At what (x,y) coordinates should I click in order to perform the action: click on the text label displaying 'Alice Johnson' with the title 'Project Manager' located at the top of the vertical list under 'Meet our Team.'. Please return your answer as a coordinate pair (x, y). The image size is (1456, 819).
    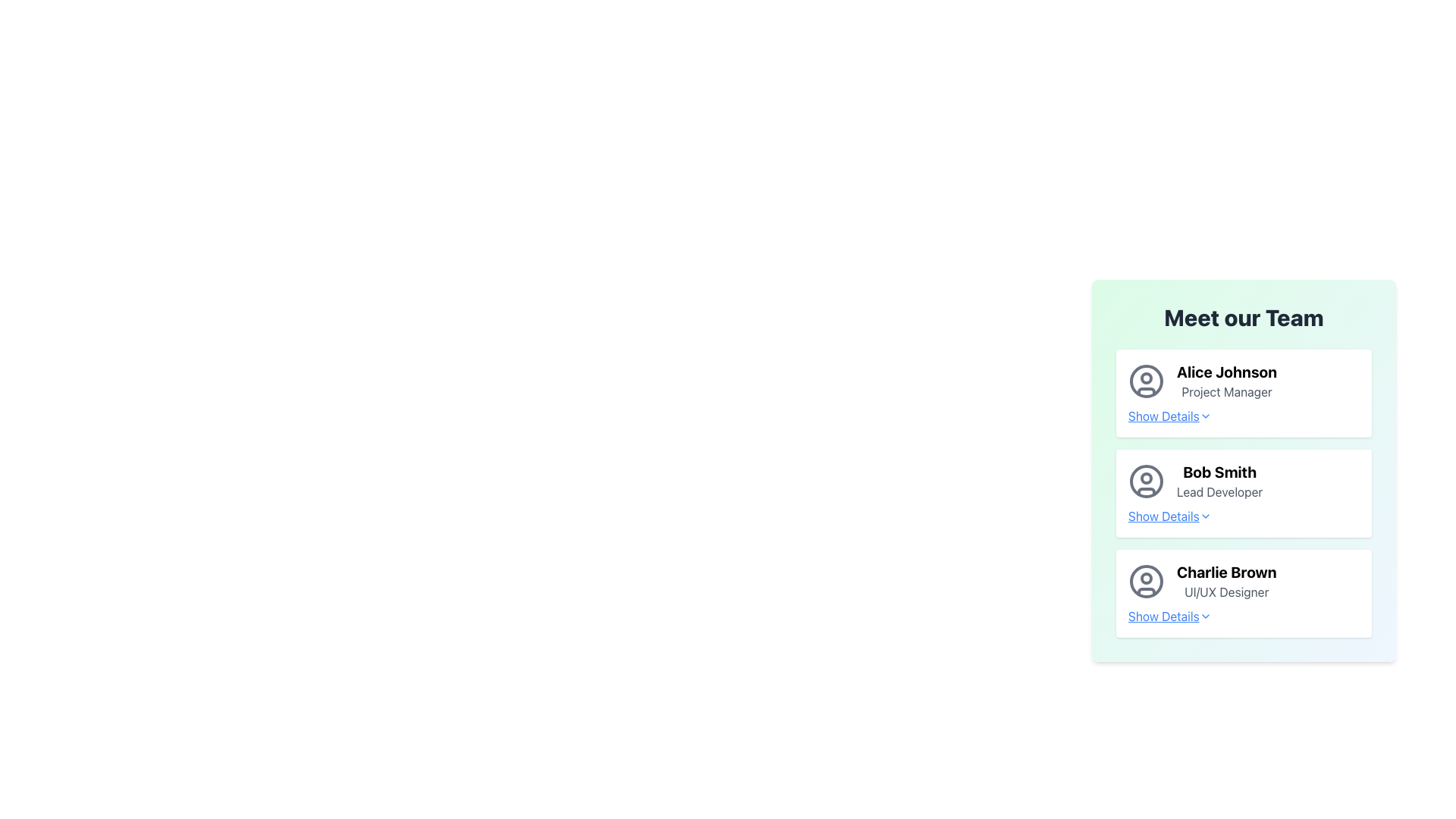
    Looking at the image, I should click on (1226, 380).